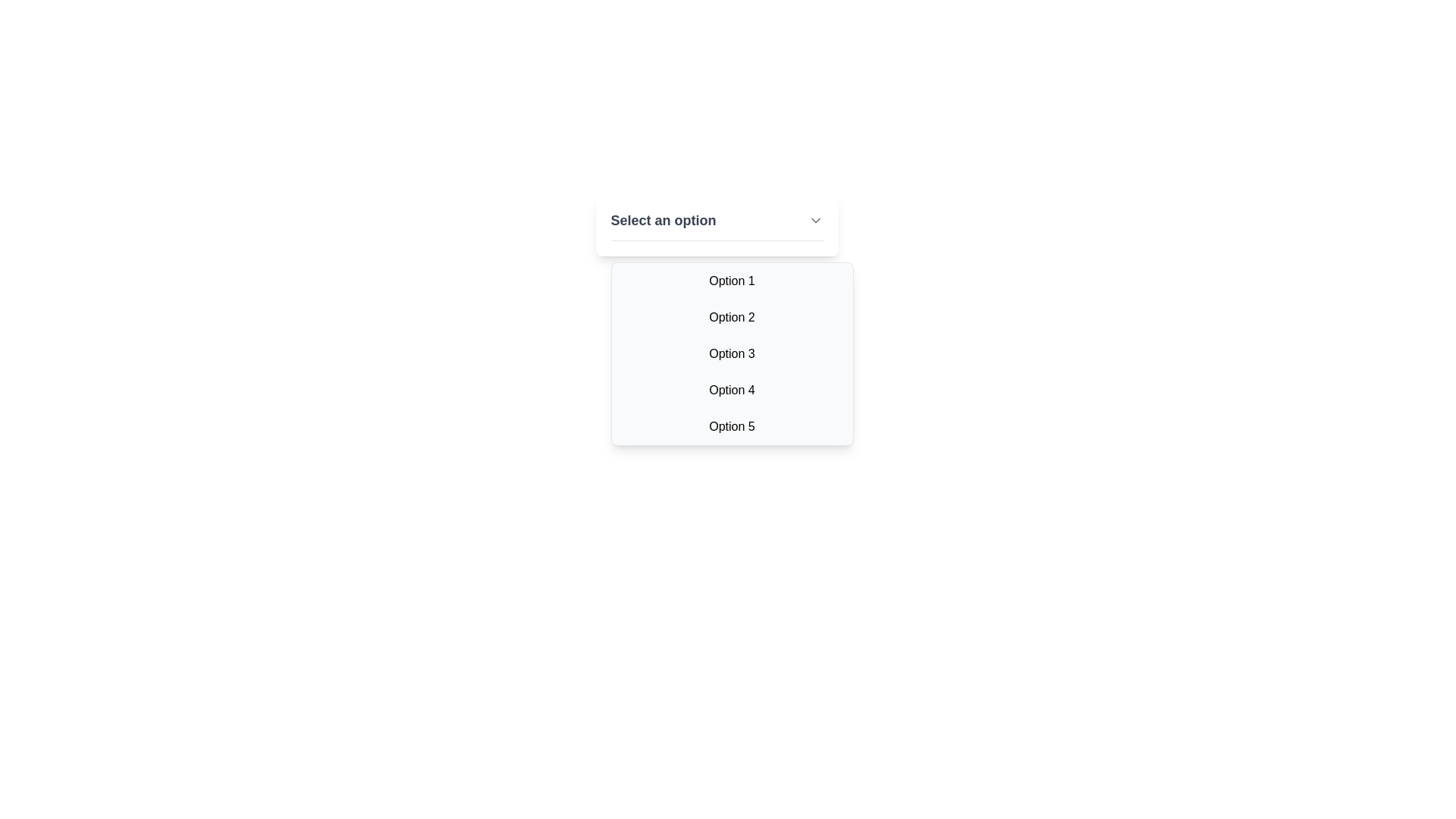 The image size is (1456, 819). Describe the element at coordinates (732, 353) in the screenshot. I see `the text label reading 'Option 3' in the dropdown menu` at that location.